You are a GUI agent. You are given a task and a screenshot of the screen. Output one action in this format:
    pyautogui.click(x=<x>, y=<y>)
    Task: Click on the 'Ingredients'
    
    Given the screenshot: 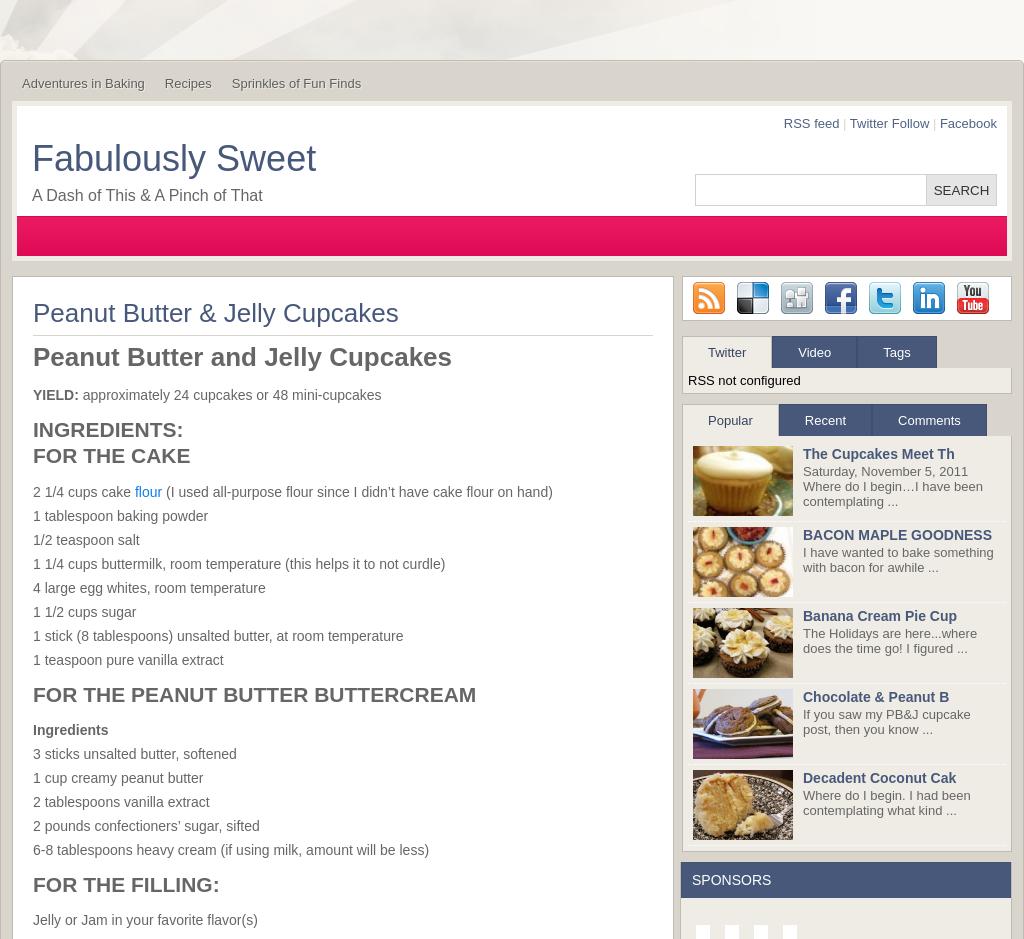 What is the action you would take?
    pyautogui.click(x=69, y=729)
    